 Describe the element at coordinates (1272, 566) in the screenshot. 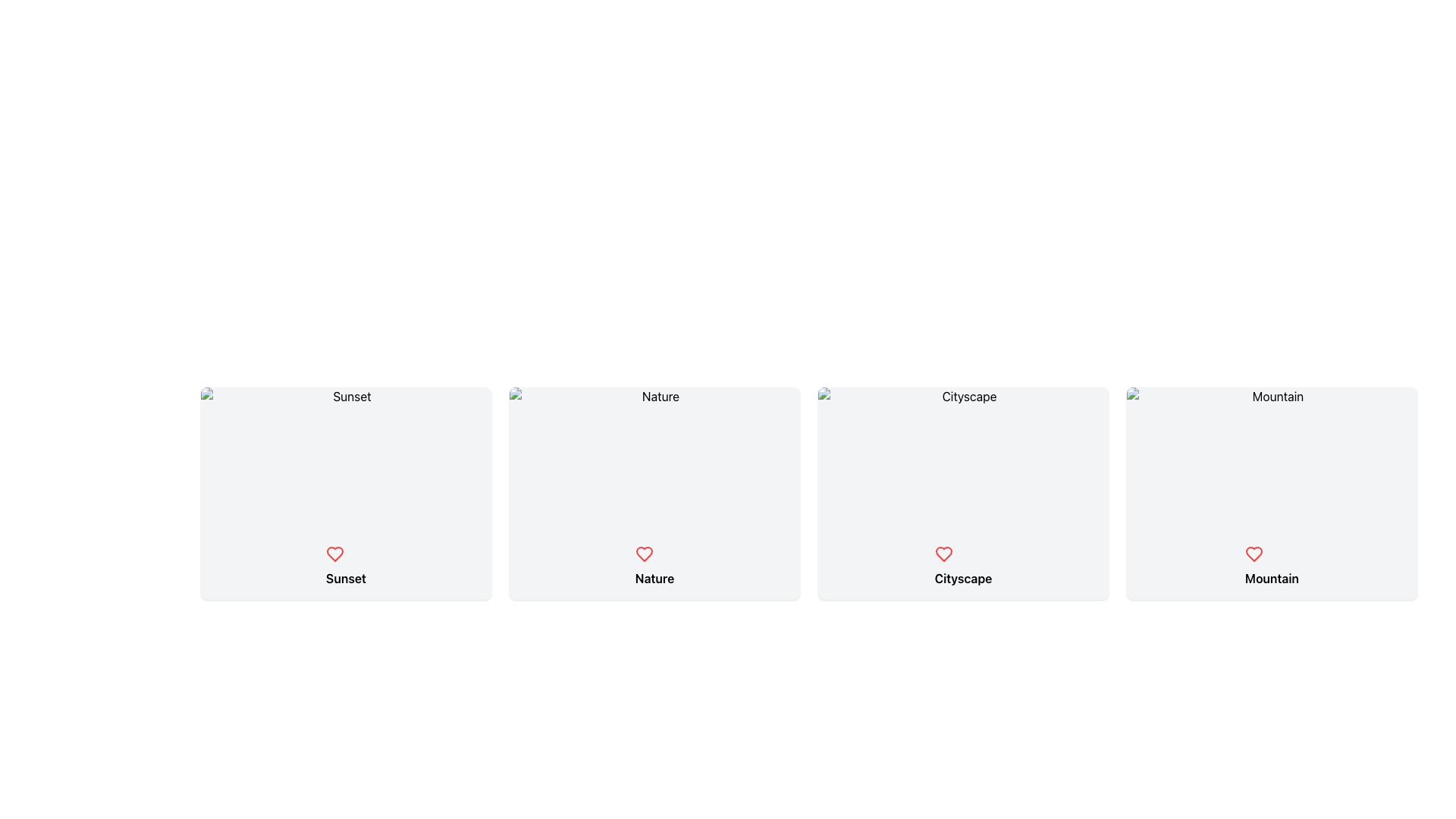

I see `the 'Mountain' text label located at the bottom of the card` at that location.